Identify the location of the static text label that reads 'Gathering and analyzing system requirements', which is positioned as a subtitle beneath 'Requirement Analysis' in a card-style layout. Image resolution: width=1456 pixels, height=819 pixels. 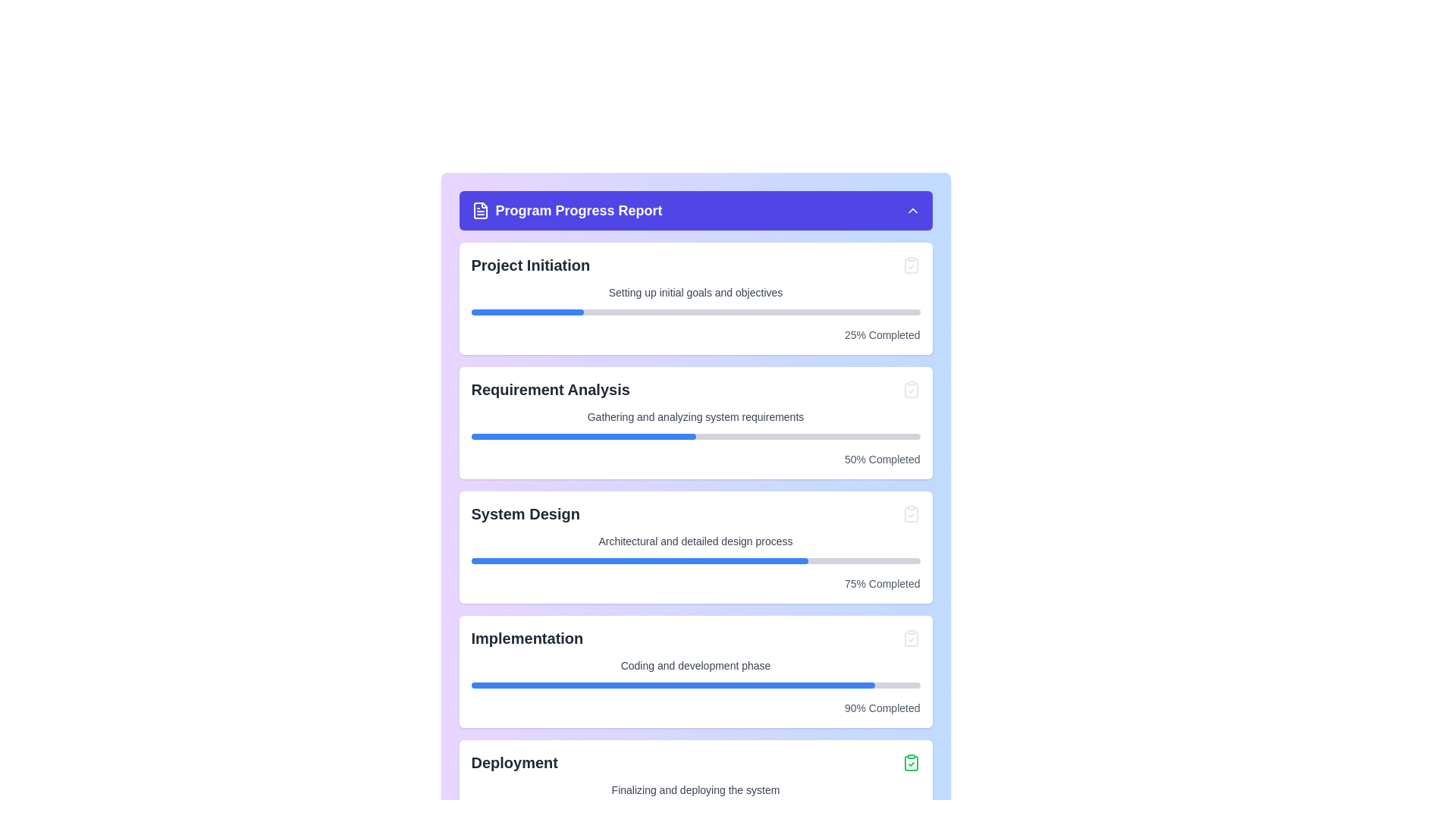
(695, 417).